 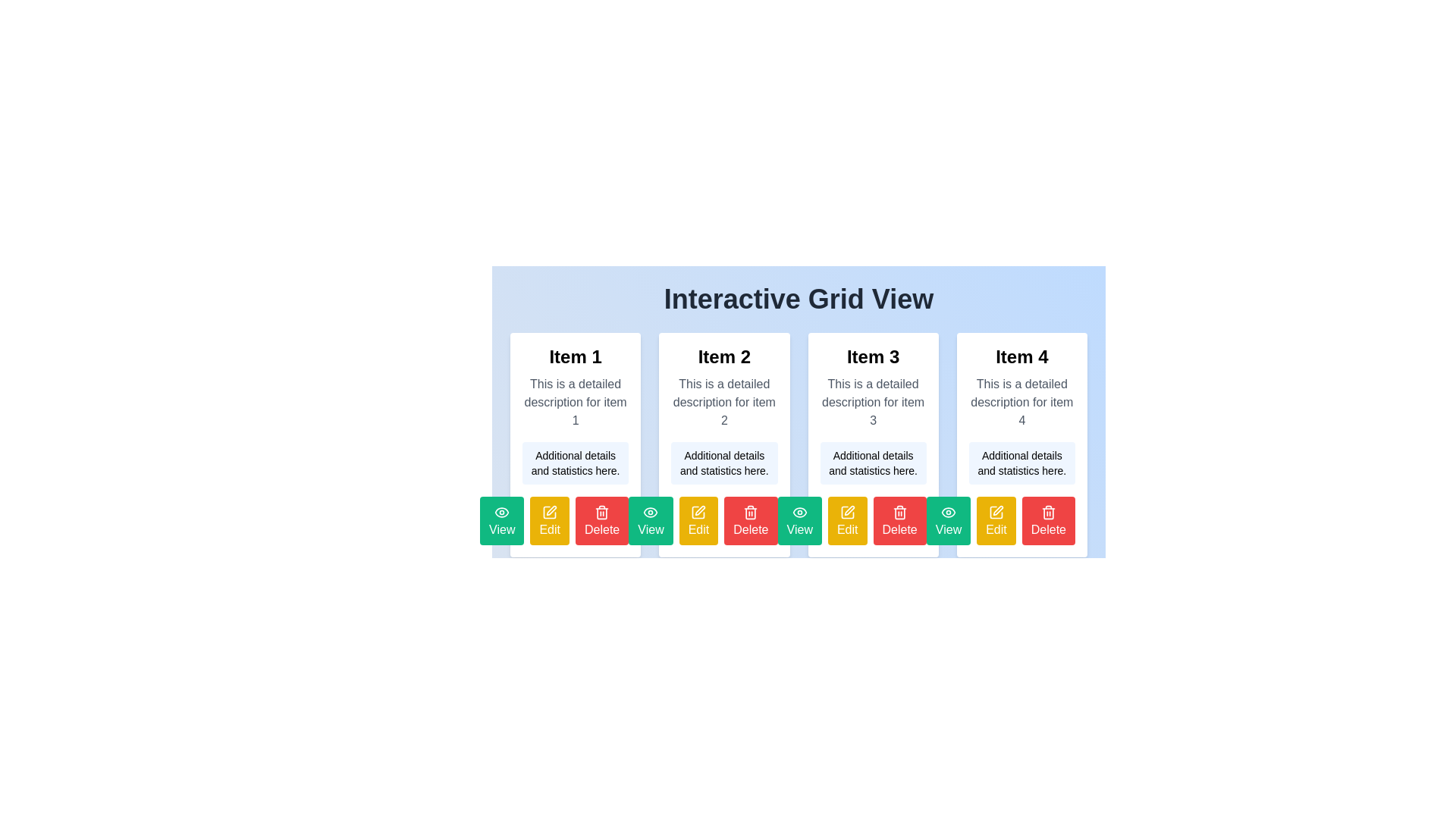 What do you see at coordinates (799, 512) in the screenshot?
I see `the icon within the 'View' button located below 'Item 3'` at bounding box center [799, 512].